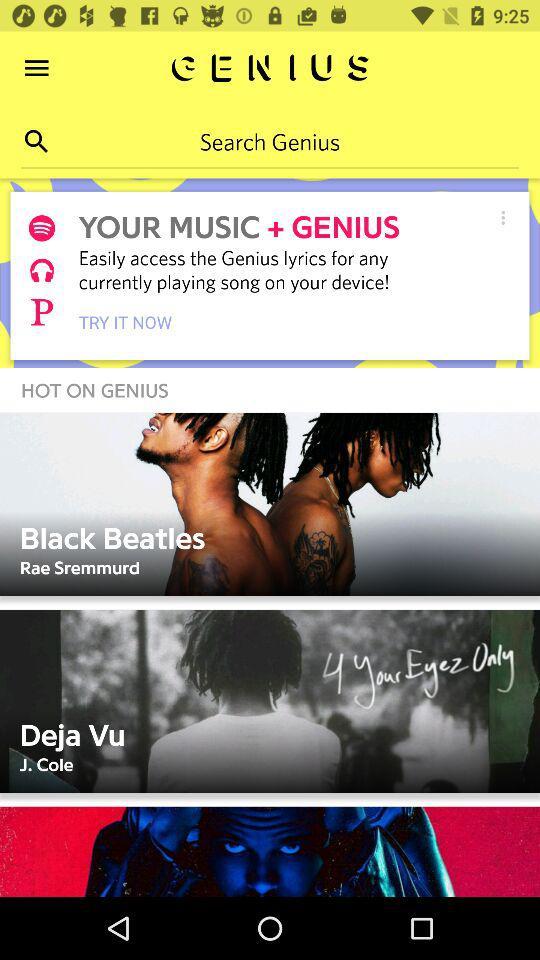 Image resolution: width=540 pixels, height=960 pixels. What do you see at coordinates (36, 140) in the screenshot?
I see `search the app` at bounding box center [36, 140].